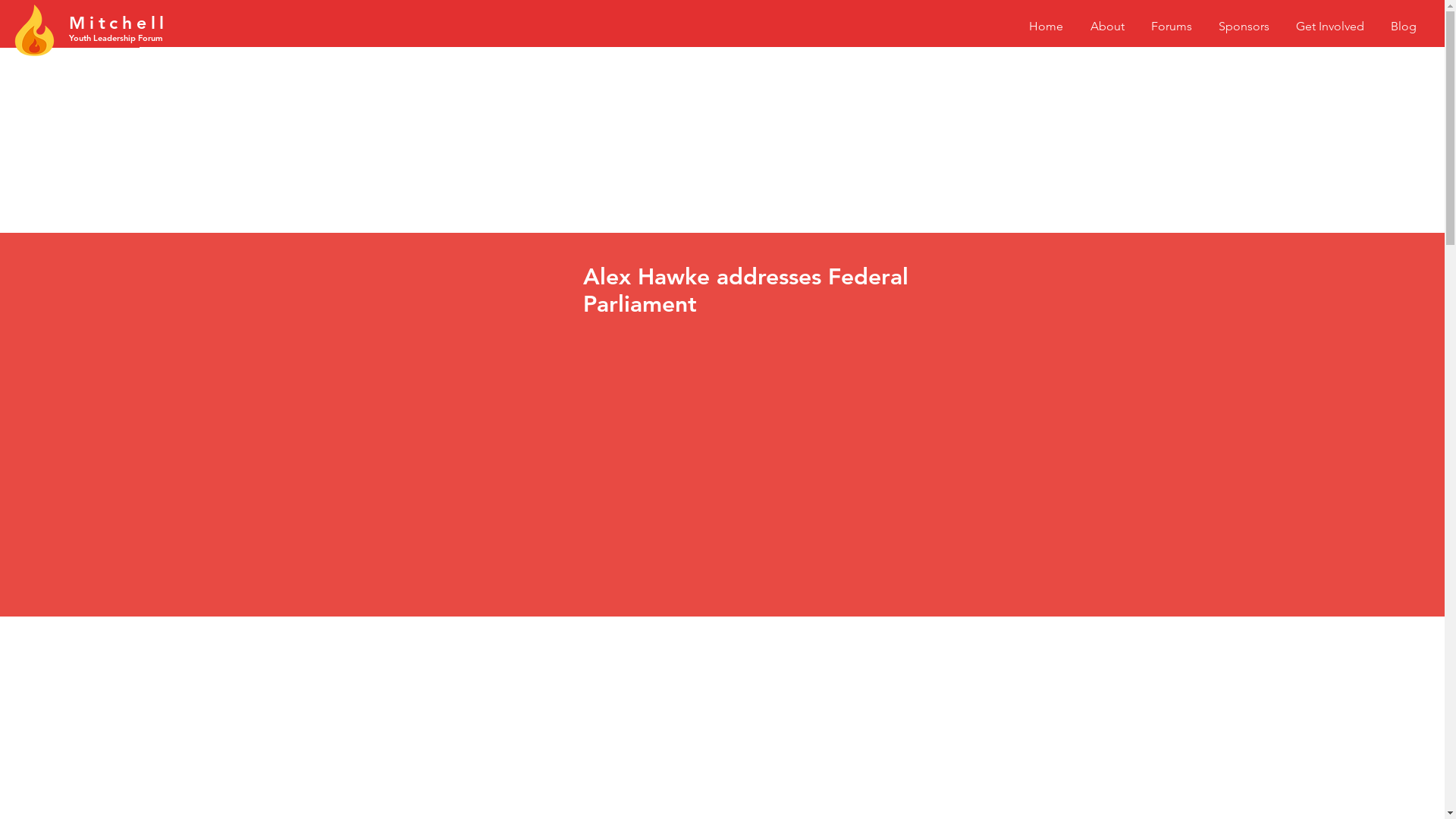 This screenshot has height=819, width=1456. What do you see at coordinates (1329, 26) in the screenshot?
I see `'Get Involved'` at bounding box center [1329, 26].